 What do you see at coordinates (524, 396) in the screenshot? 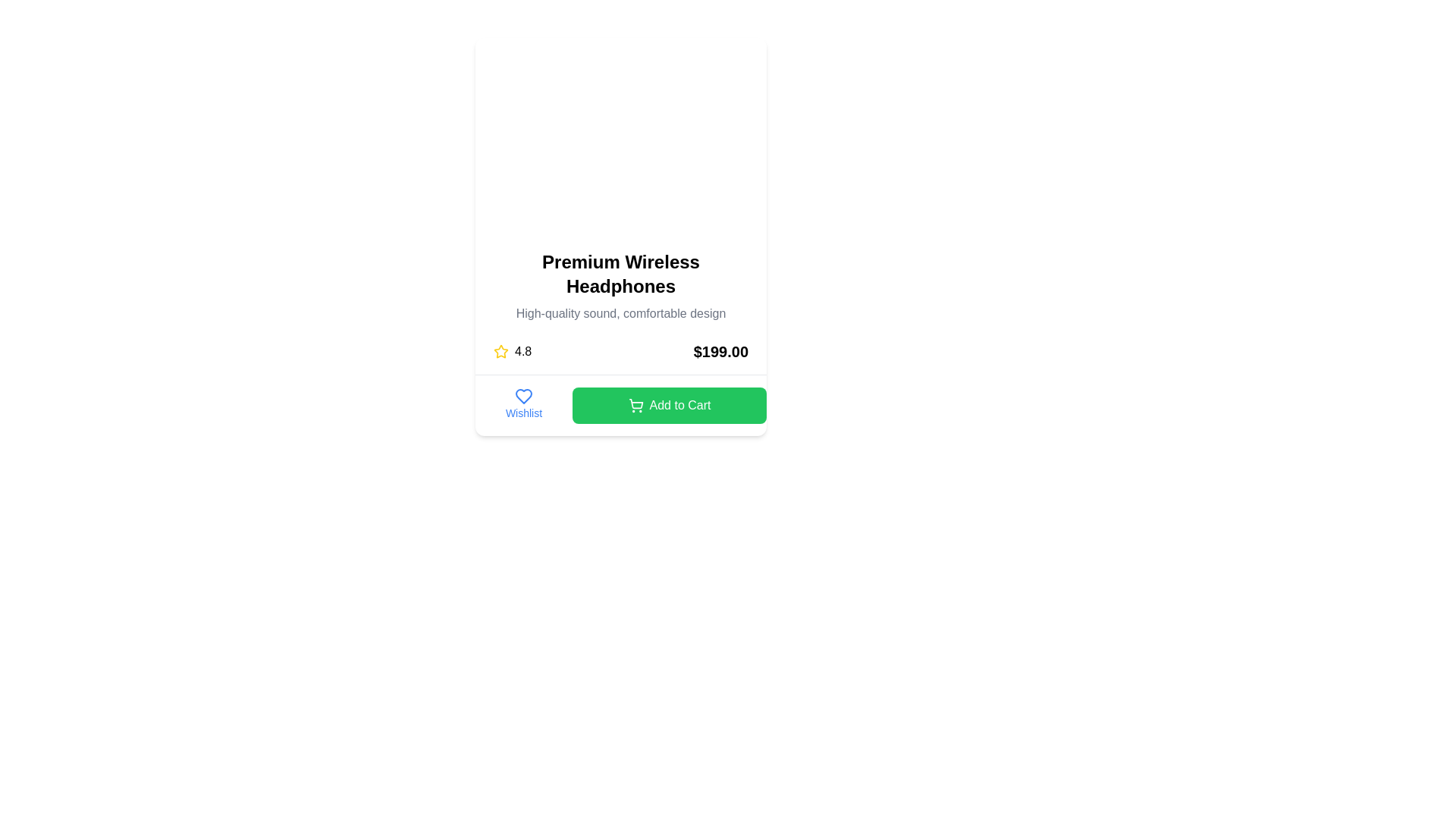
I see `to select the blue outlined heart-shaped icon located above the 'Wishlist' text in the bottom-left corner of the product card` at bounding box center [524, 396].